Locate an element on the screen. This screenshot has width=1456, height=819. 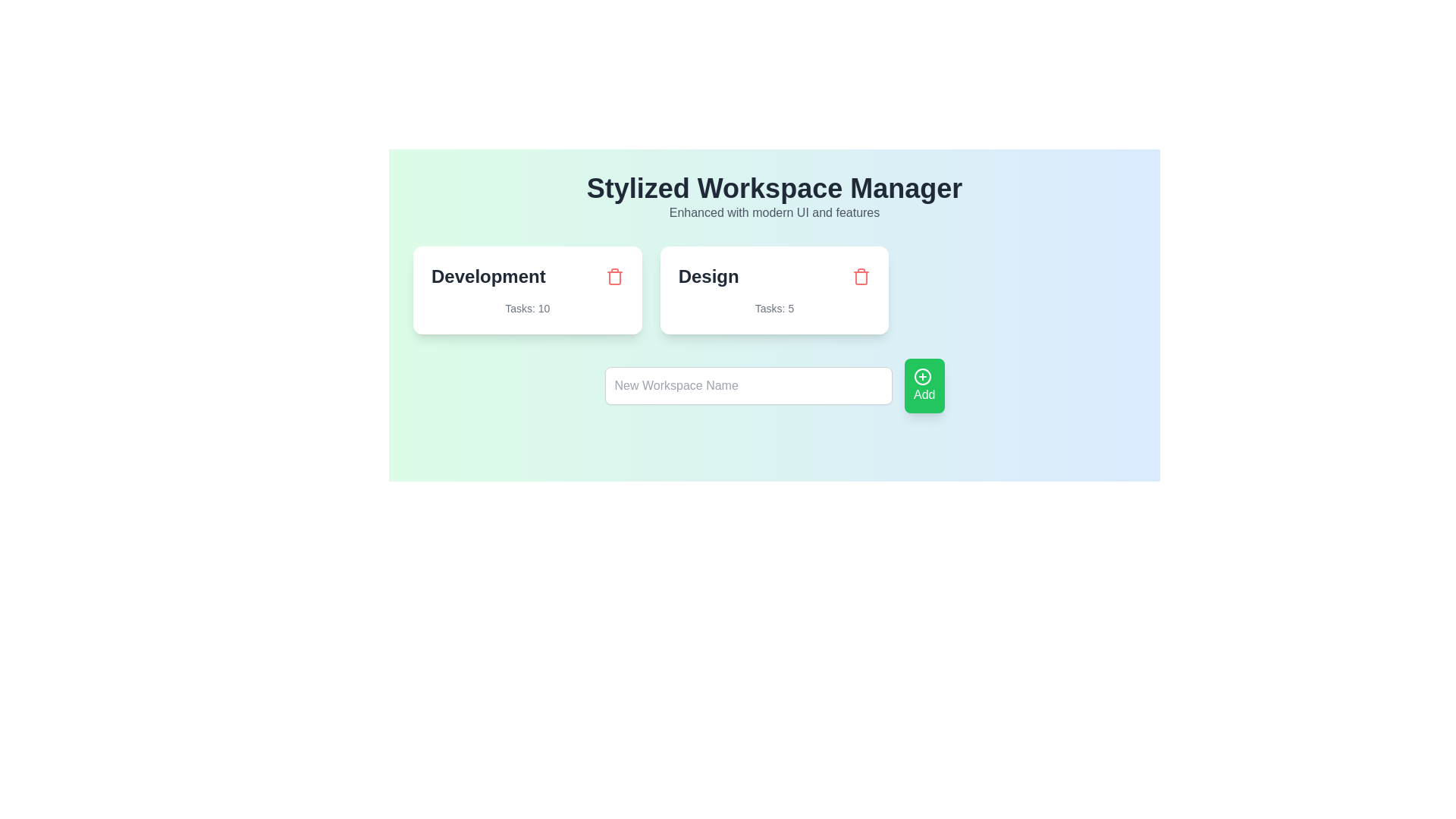
the text element displaying 'Enhanced with modern UI and features', which is styled in light gray and located directly below the title 'Stylized Workspace Manager' is located at coordinates (774, 213).